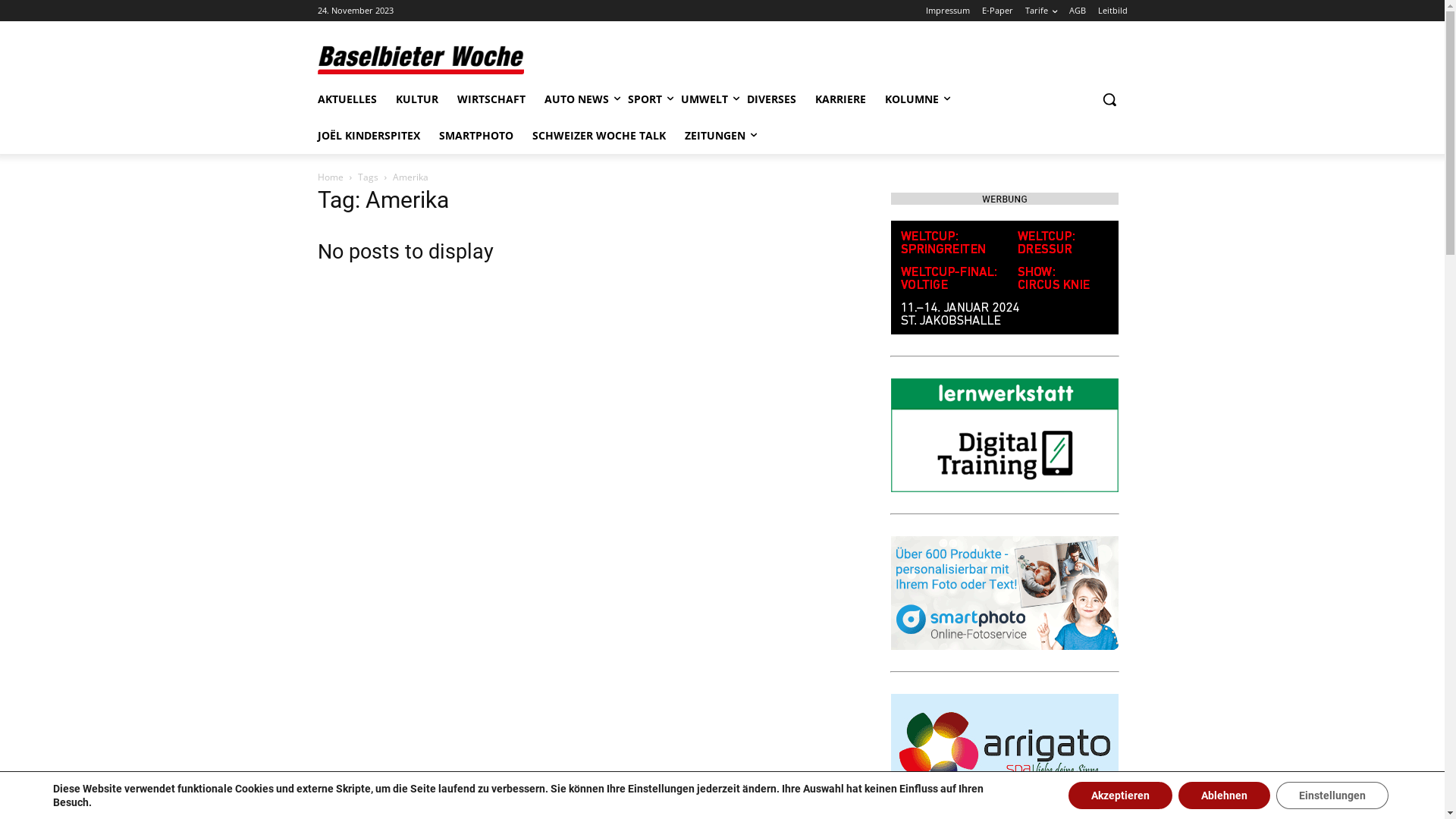 Image resolution: width=1456 pixels, height=819 pixels. What do you see at coordinates (1120, 795) in the screenshot?
I see `'Akzeptieren'` at bounding box center [1120, 795].